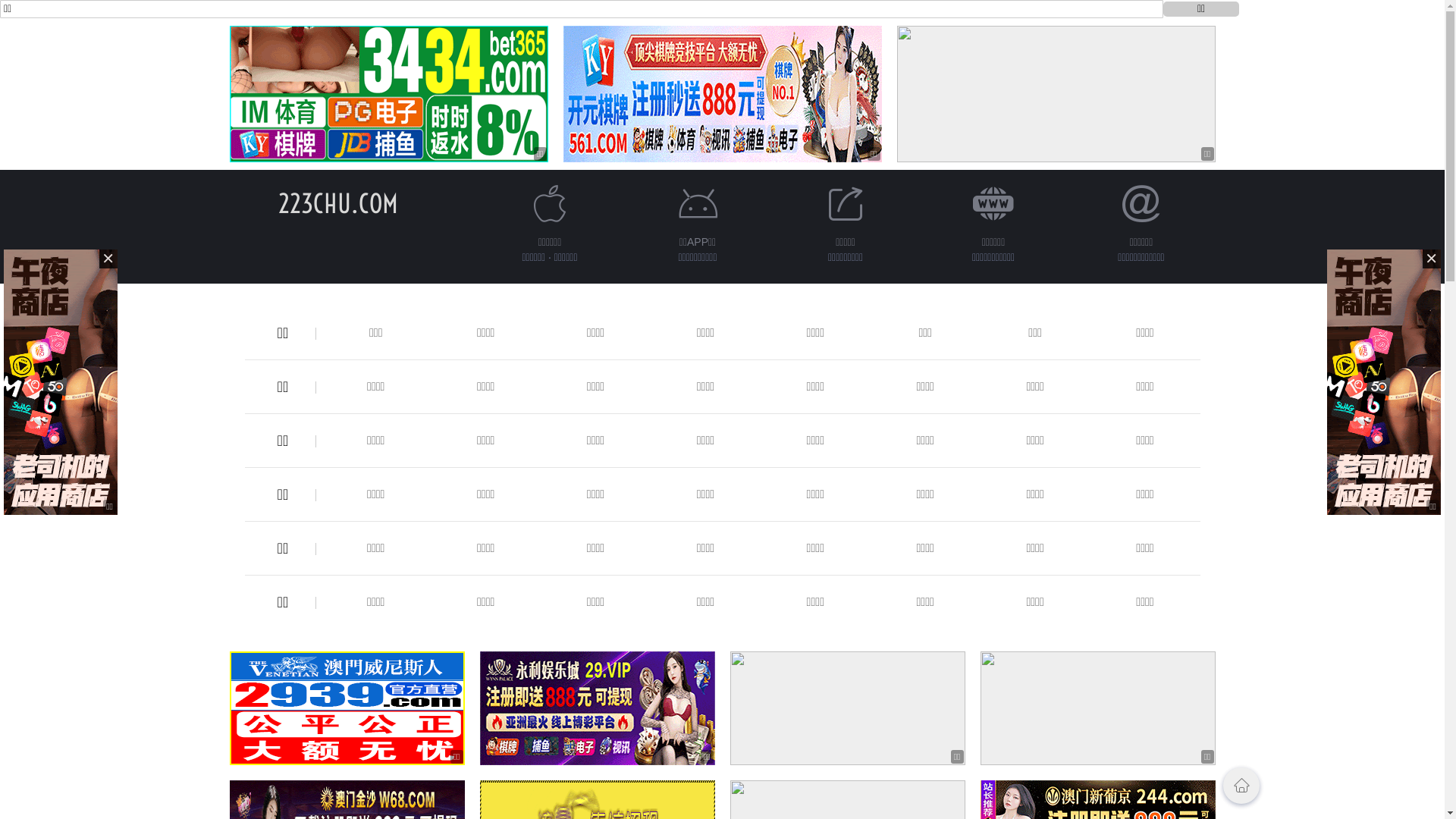  What do you see at coordinates (337, 202) in the screenshot?
I see `'223CHU.COM'` at bounding box center [337, 202].